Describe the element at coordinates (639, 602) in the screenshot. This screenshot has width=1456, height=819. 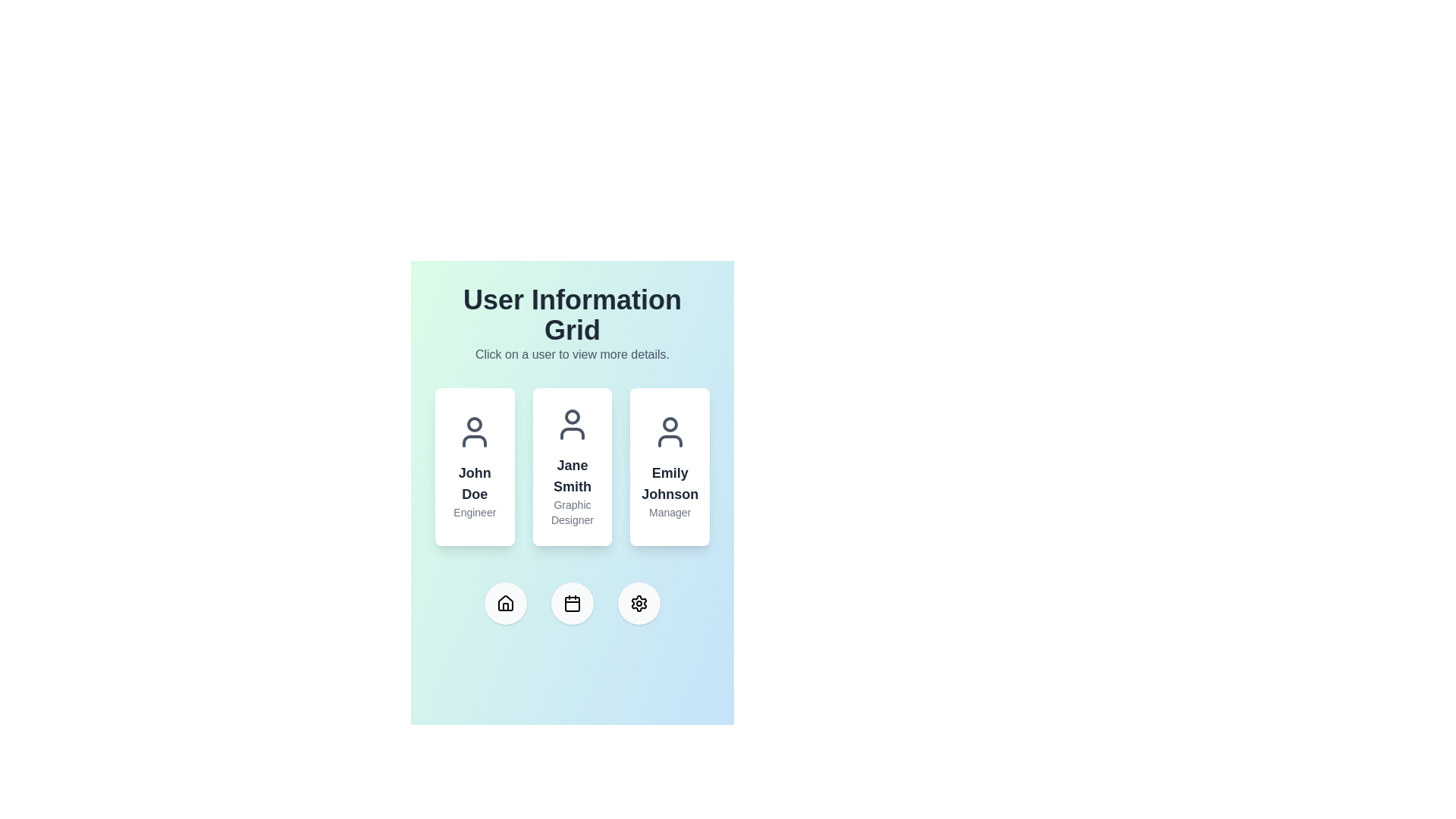
I see `the gear-shaped icon button located at the bottom right corner of the layout` at that location.